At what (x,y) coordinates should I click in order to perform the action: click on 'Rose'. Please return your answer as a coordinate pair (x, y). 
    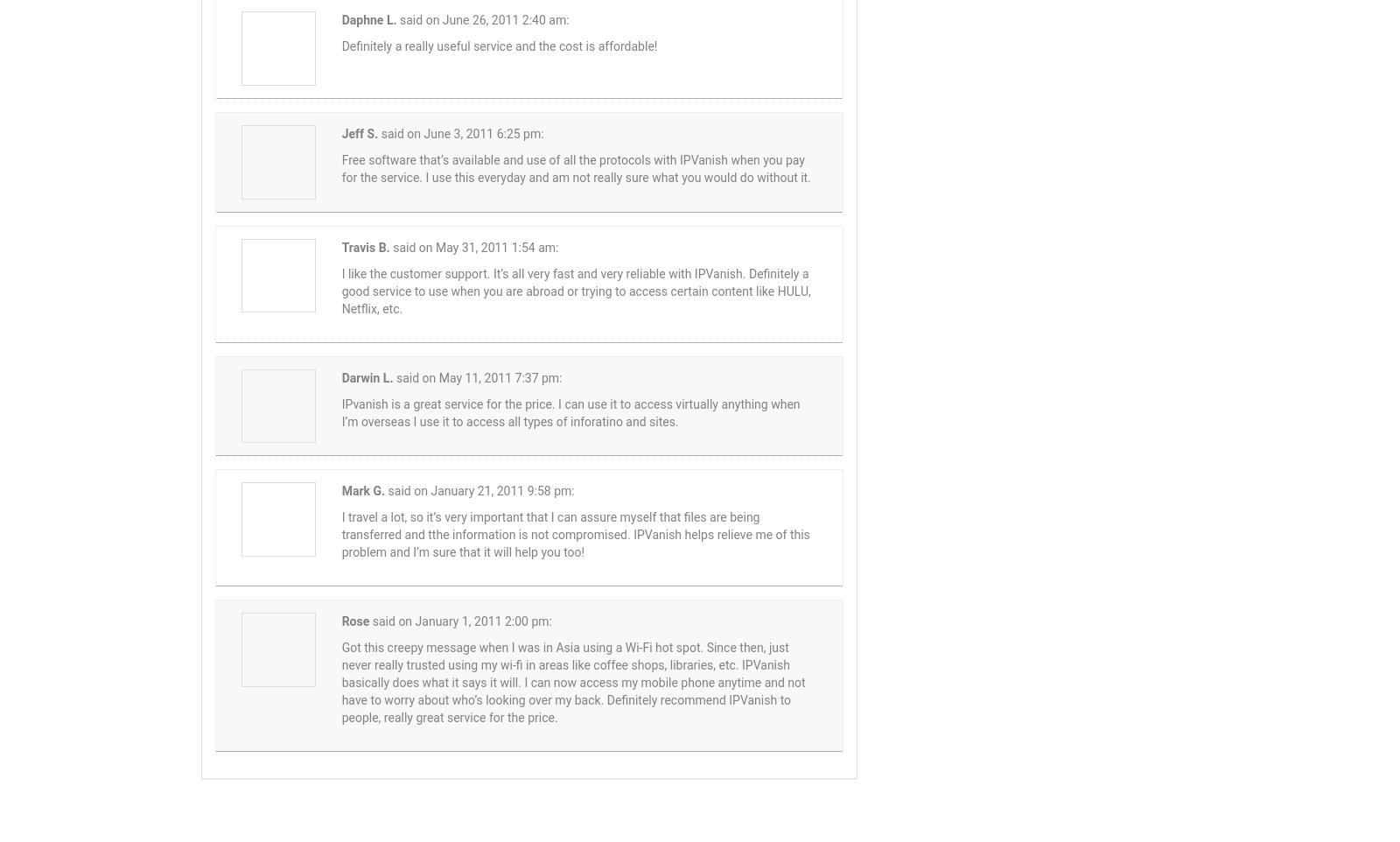
    Looking at the image, I should click on (353, 620).